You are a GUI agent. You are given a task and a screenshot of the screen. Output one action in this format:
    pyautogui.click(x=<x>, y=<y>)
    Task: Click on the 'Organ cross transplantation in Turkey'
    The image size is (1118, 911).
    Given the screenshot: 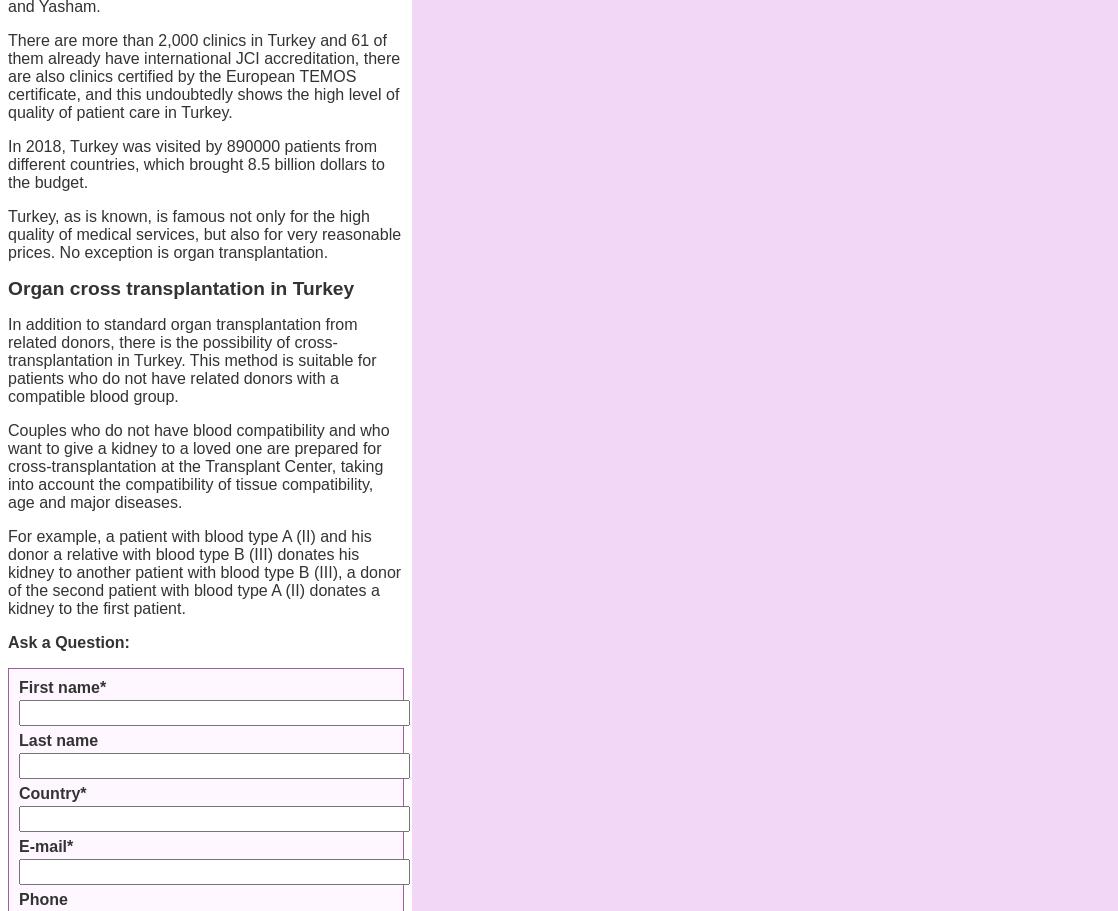 What is the action you would take?
    pyautogui.click(x=8, y=288)
    